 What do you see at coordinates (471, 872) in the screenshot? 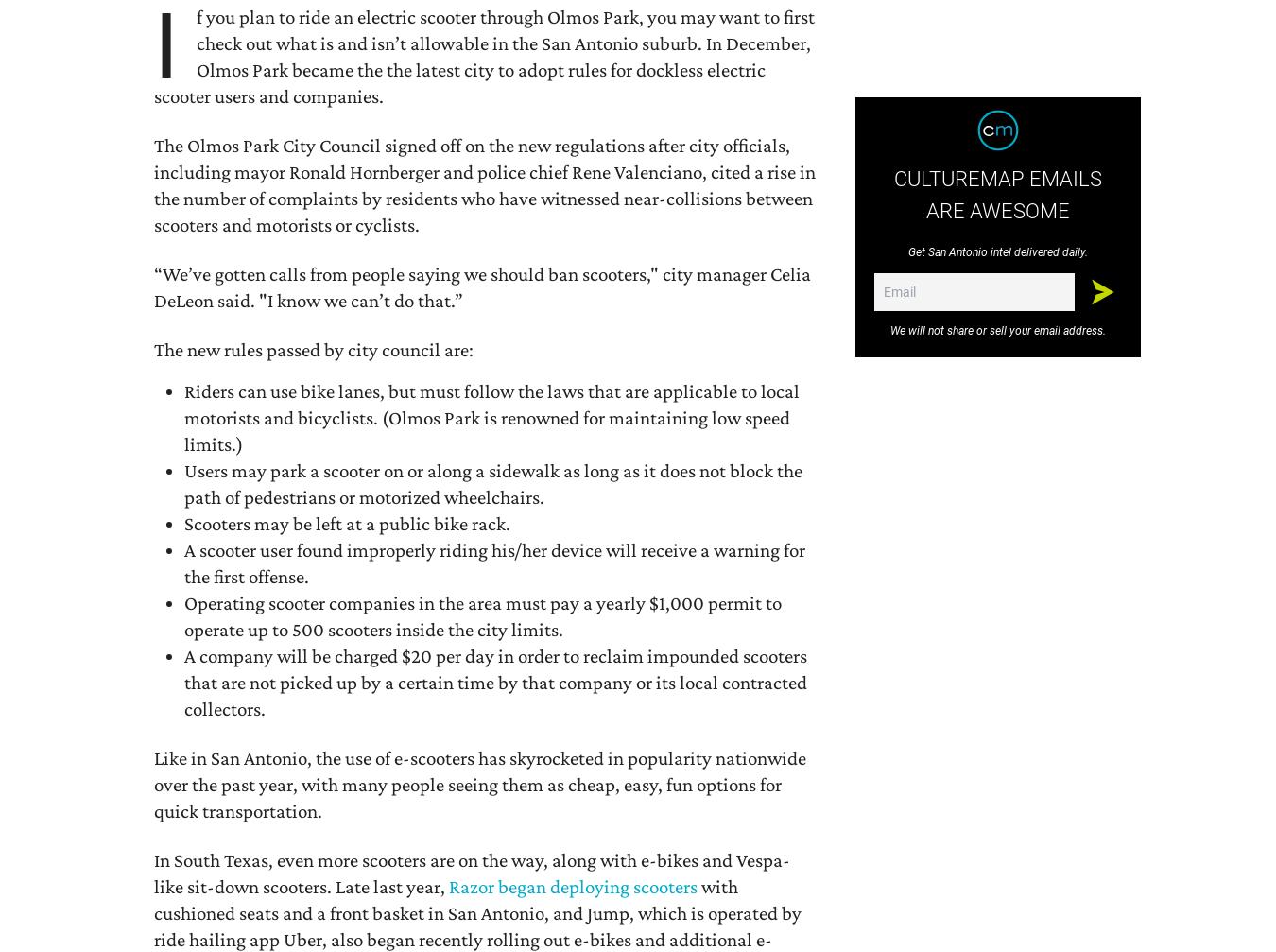
I see `'In South Texas, even more scooters are on the way, along with e-bikes and Vespa-like sit-down scooters. Late last year,'` at bounding box center [471, 872].